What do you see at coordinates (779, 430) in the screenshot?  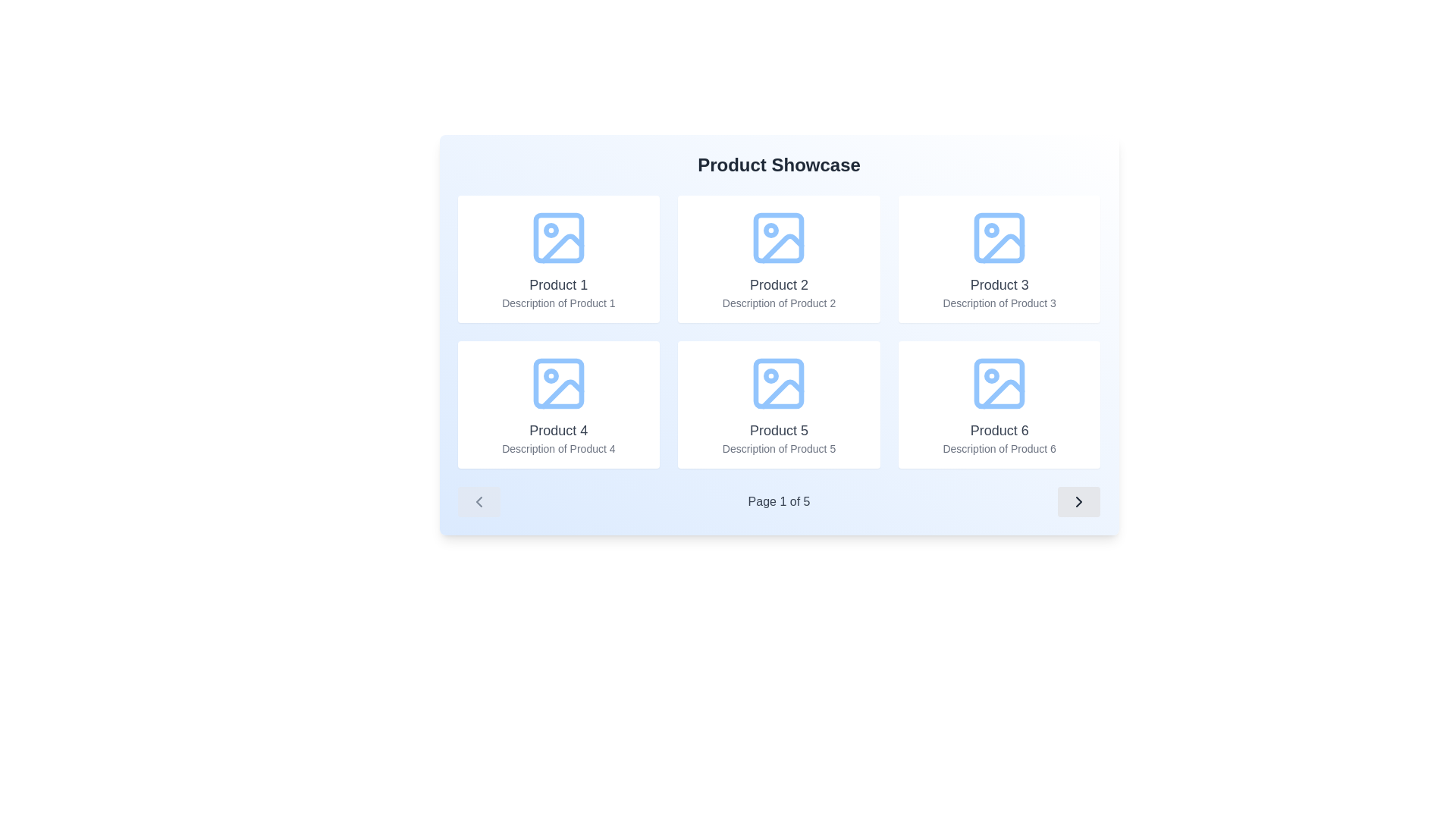 I see `the static text label for 'Product 5' located in the bottom-center of the product card, which helps in identifying this product` at bounding box center [779, 430].